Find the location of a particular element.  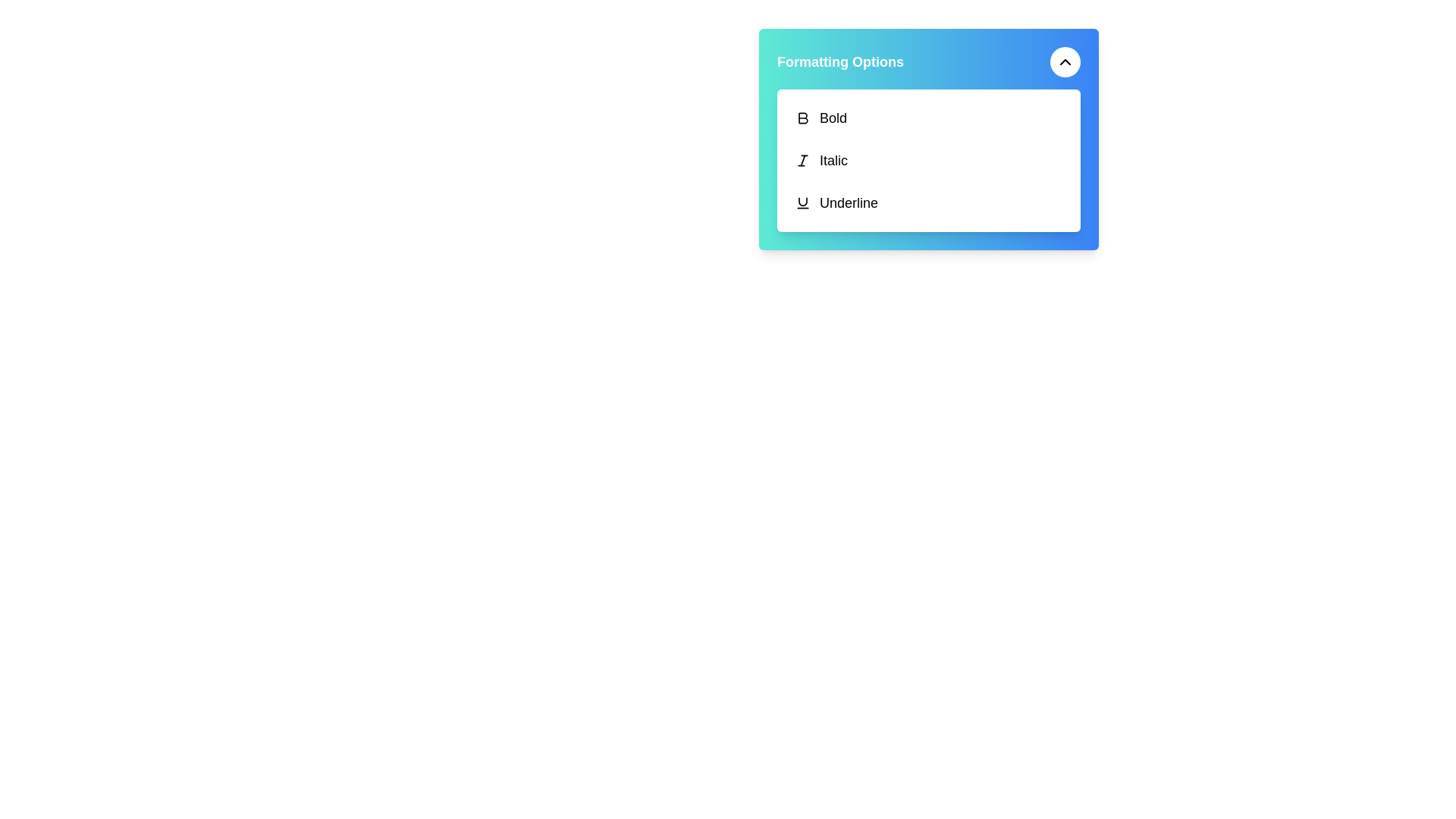

the text label that reads 'Italic', which is located under the formatting options panel, to the right of the bold 'I' icon and above the 'Underline' option is located at coordinates (833, 161).